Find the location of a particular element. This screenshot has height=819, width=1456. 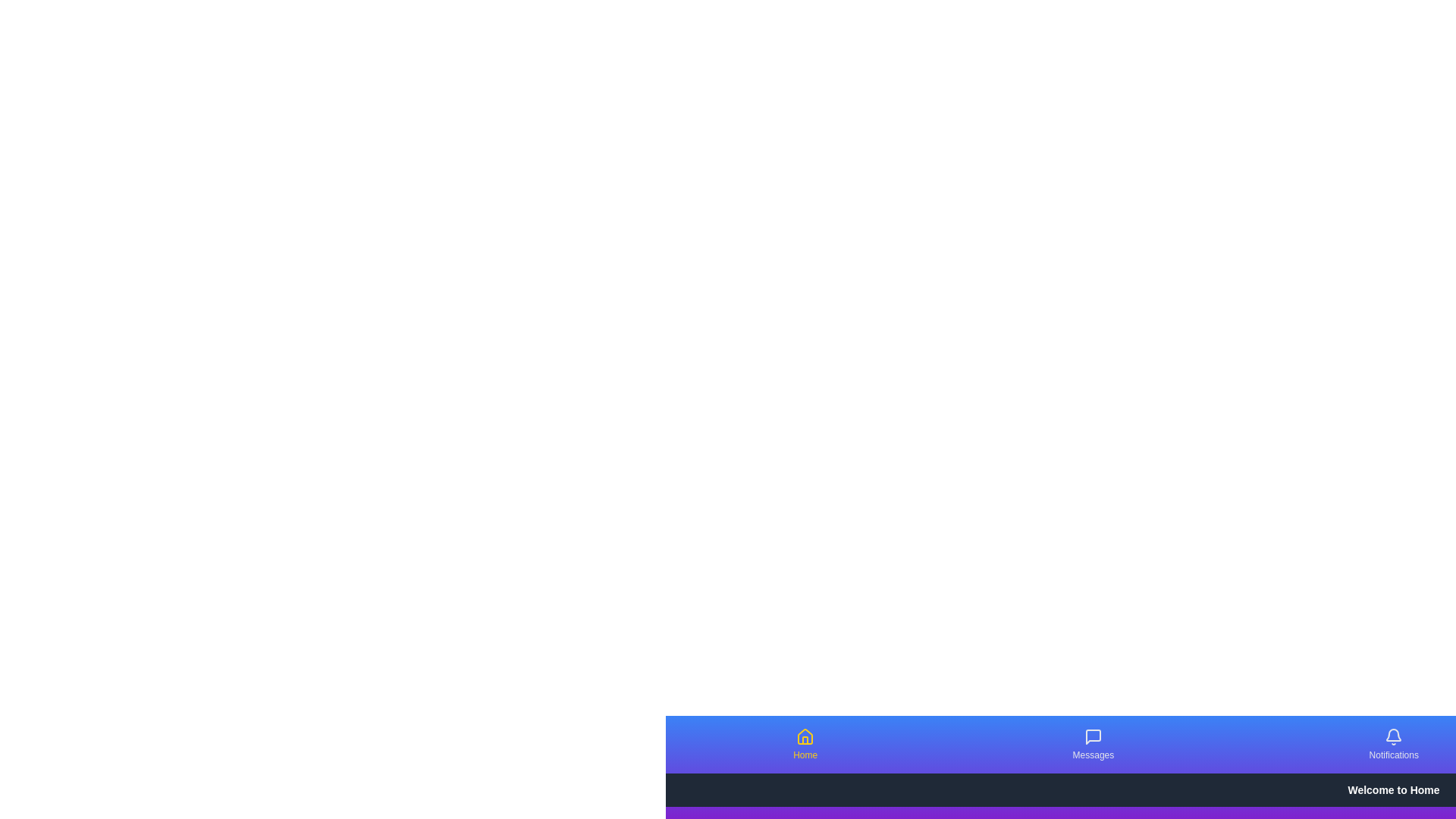

the Home tab in the navigation bar is located at coordinates (805, 744).